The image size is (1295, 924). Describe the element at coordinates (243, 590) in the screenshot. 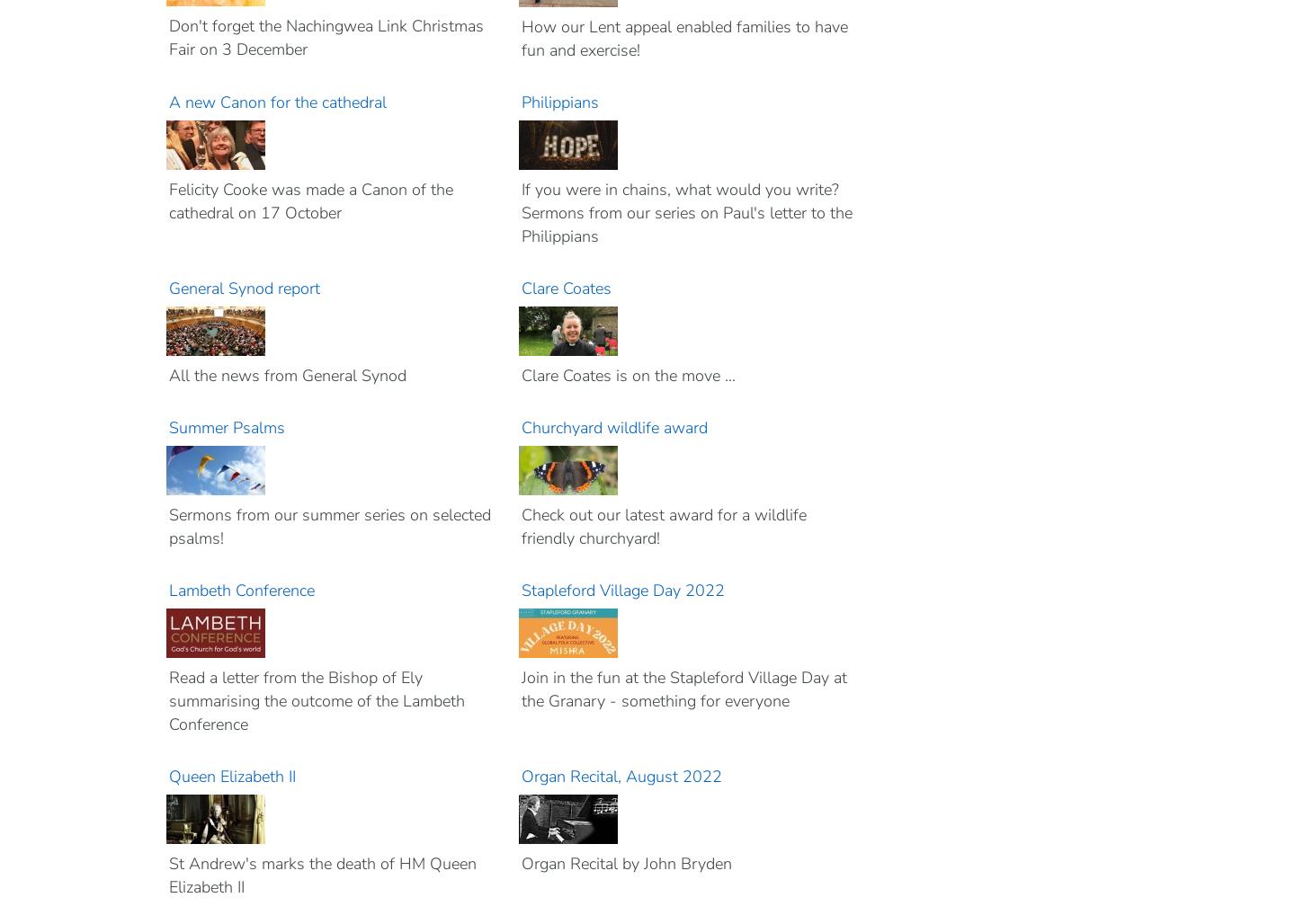

I see `'Lambeth Conference'` at that location.